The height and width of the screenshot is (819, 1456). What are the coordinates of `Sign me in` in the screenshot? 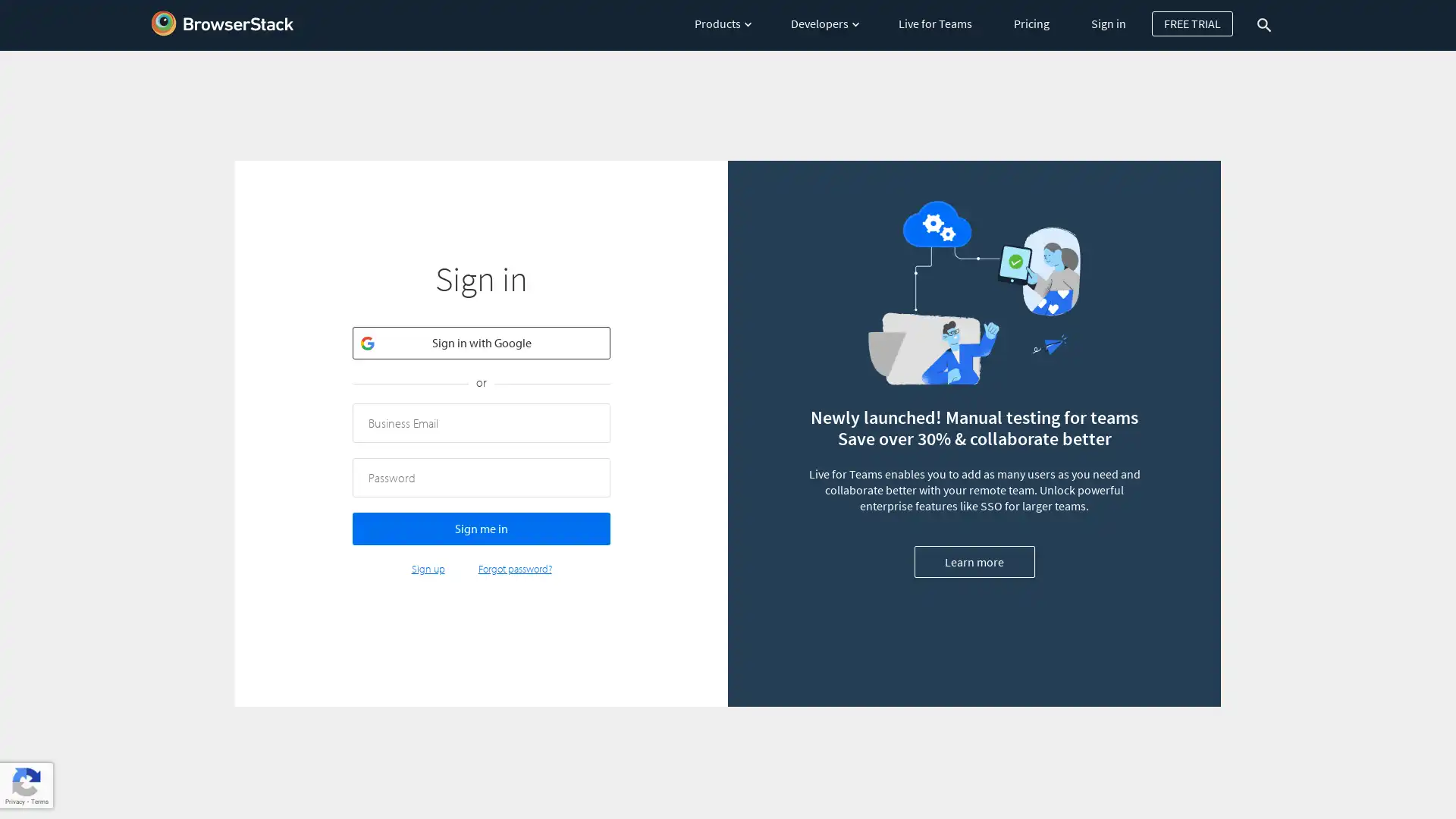 It's located at (480, 527).